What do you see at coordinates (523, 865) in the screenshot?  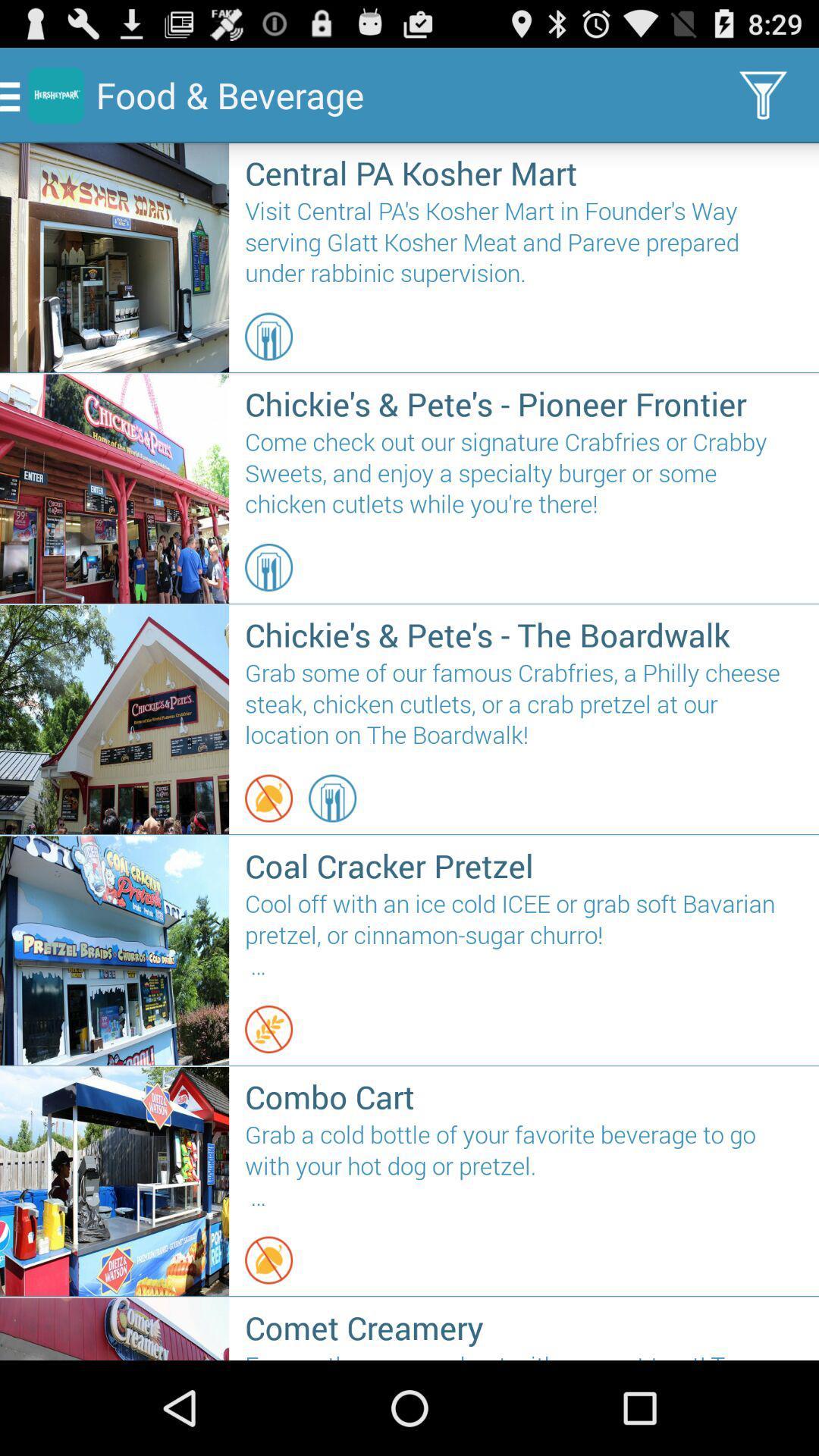 I see `the icon above cool off with icon` at bounding box center [523, 865].